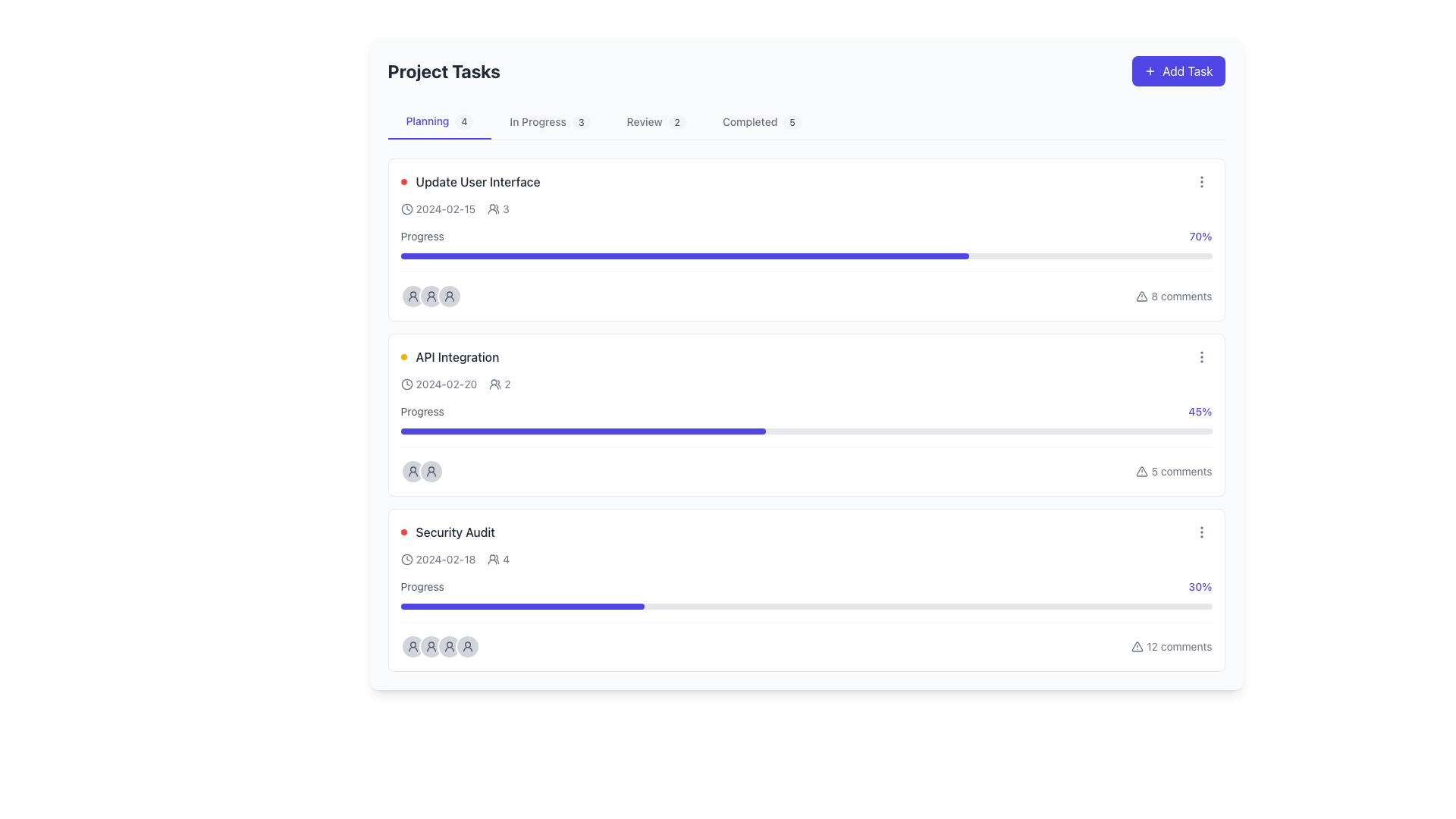  Describe the element at coordinates (500, 383) in the screenshot. I see `the text label displaying the number '2' next to the user group icon in the 'API Integration' task section` at that location.